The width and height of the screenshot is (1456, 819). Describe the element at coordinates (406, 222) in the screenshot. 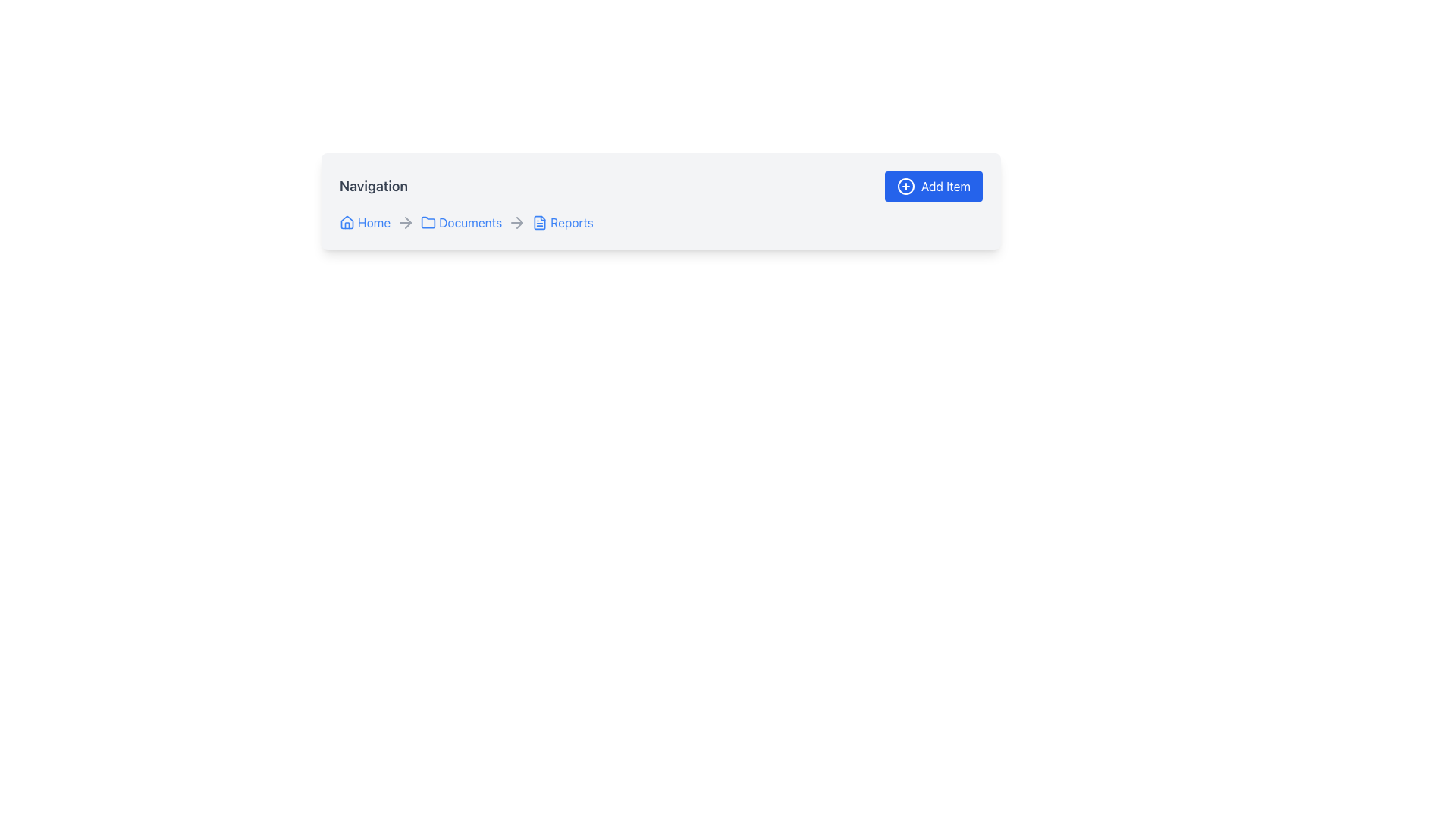

I see `the right-pointing grey arrow icon located in the navigation bar between the 'Home' and 'Documents' links` at that location.